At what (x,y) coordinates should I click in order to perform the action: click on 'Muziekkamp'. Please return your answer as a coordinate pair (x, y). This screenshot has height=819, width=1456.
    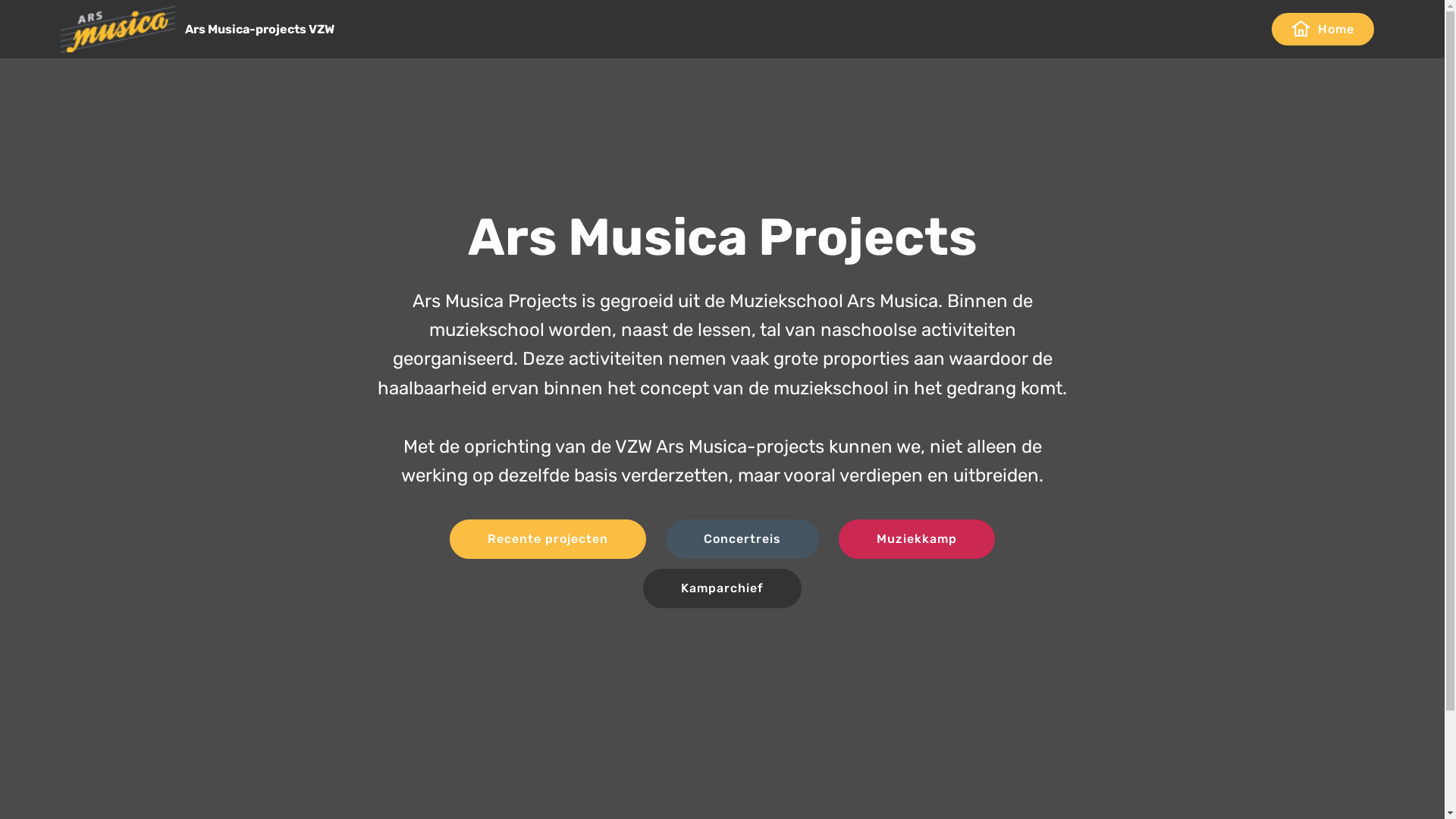
    Looking at the image, I should click on (916, 538).